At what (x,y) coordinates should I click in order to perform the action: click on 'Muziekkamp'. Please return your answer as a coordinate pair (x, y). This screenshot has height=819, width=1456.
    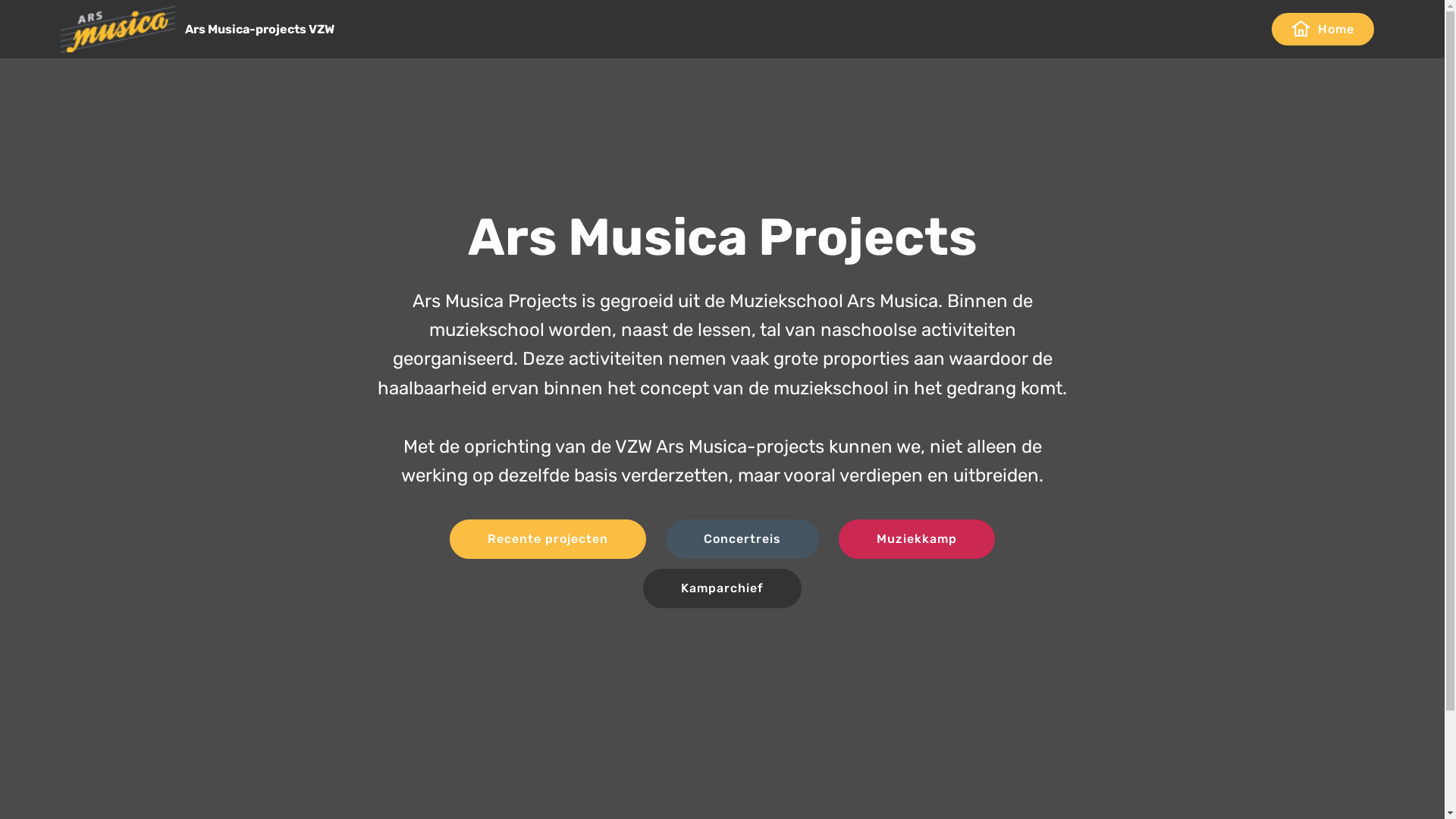
    Looking at the image, I should click on (916, 538).